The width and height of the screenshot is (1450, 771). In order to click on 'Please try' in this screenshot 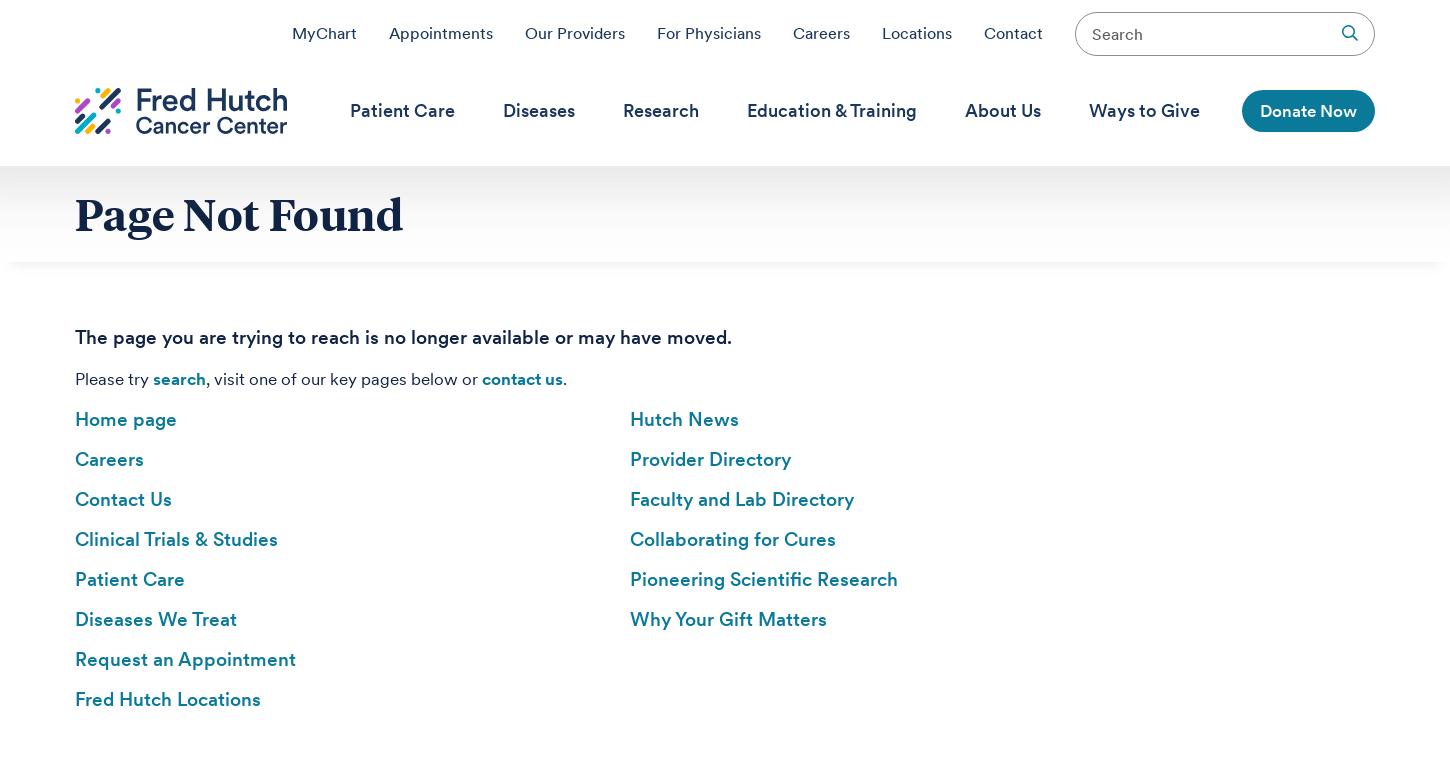, I will do `click(74, 379)`.